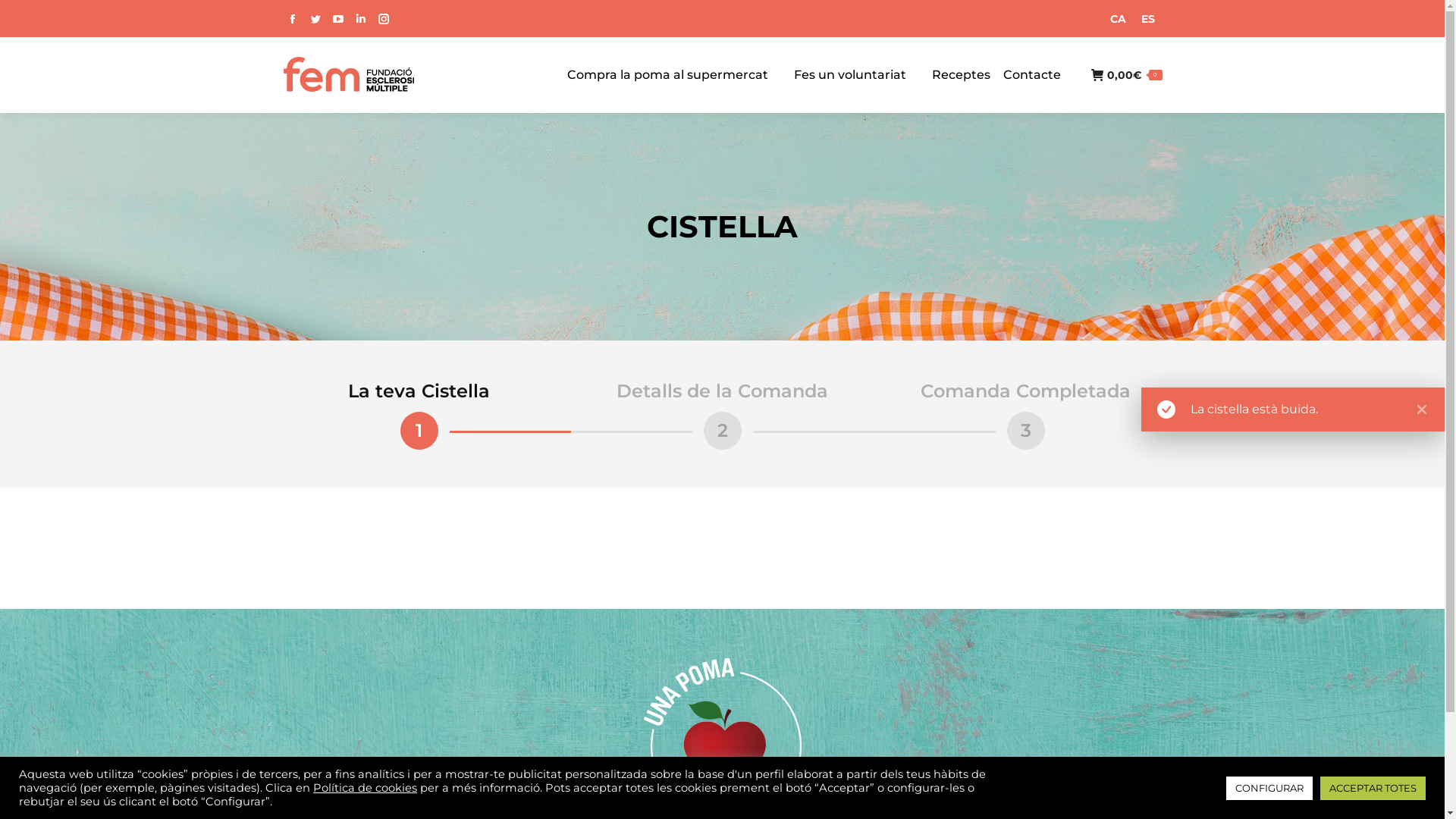  I want to click on 'ES', so click(1132, 18).